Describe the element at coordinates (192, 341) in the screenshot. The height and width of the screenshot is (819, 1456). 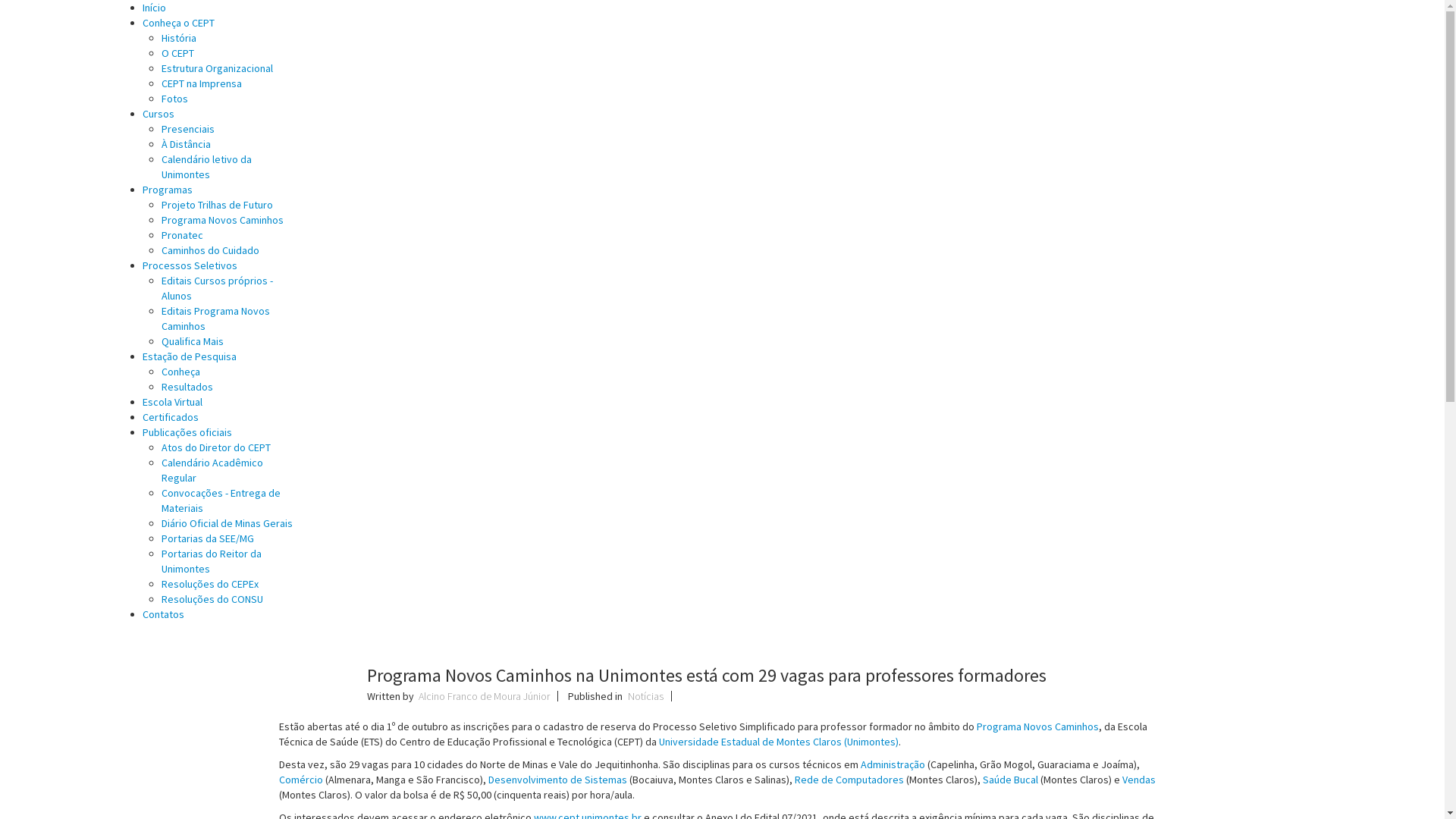
I see `'Qualifica Mais'` at that location.